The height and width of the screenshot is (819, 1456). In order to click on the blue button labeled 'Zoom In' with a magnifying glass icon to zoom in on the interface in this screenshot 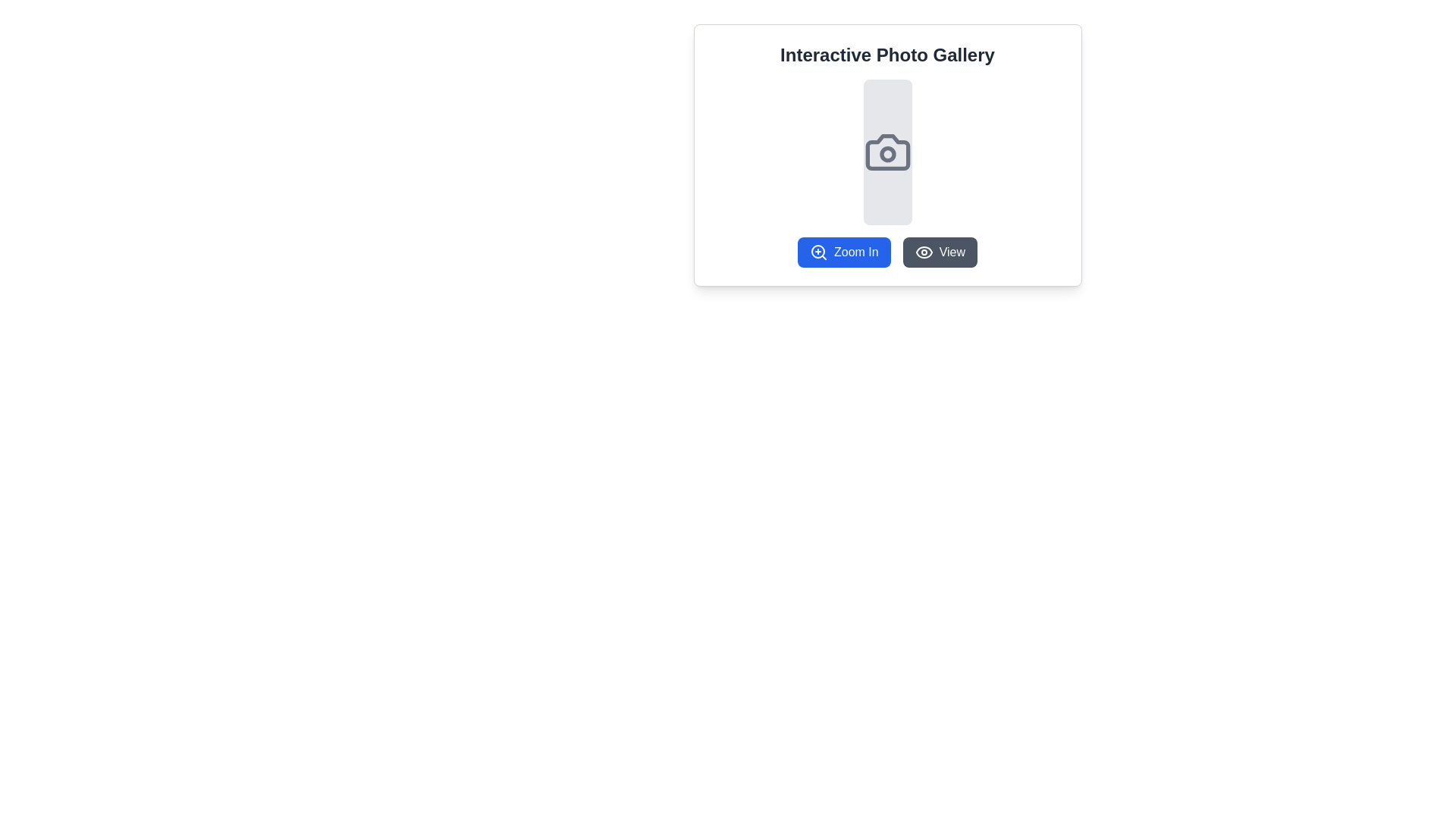, I will do `click(843, 251)`.